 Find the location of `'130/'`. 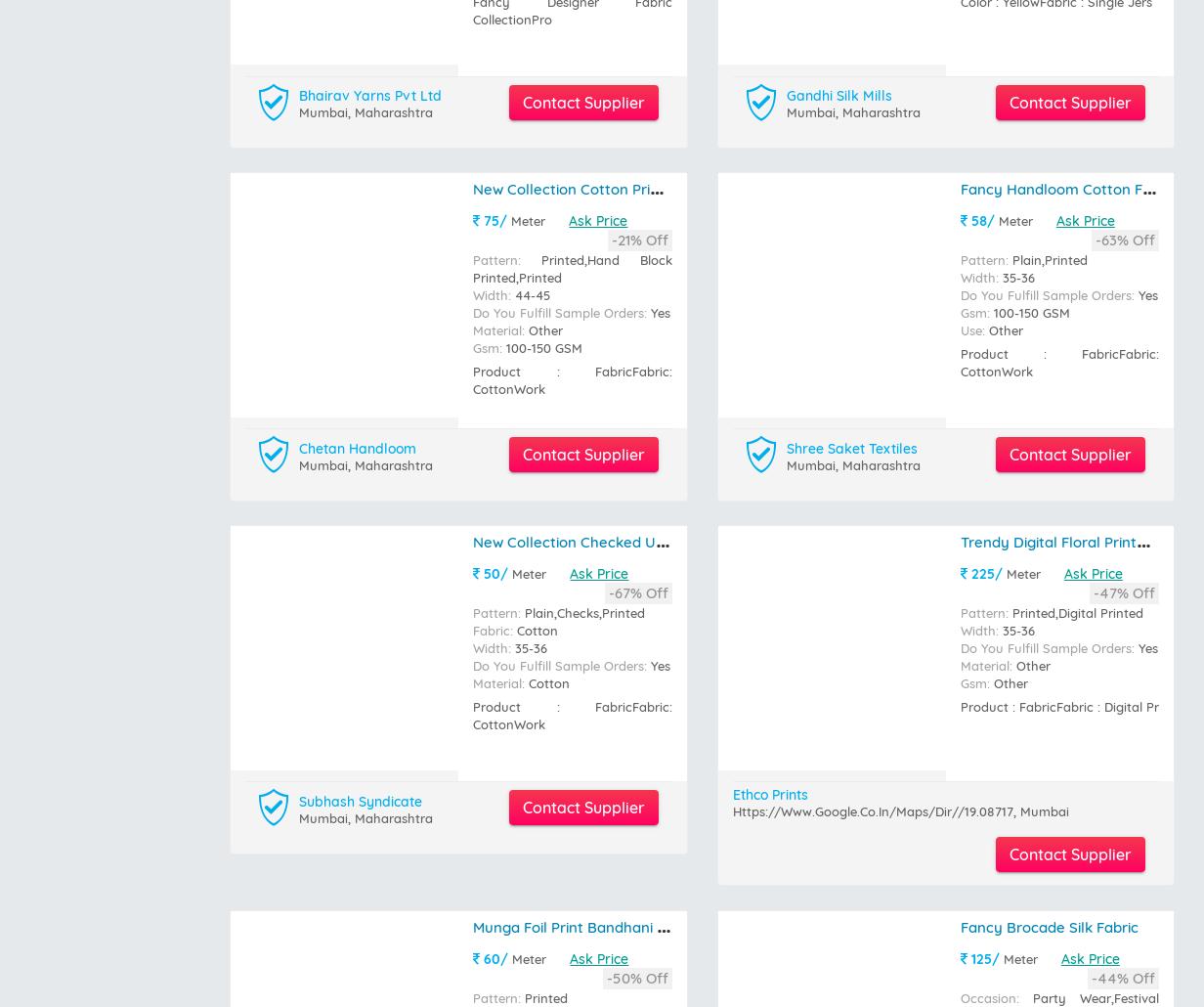

'130/' is located at coordinates (479, 503).